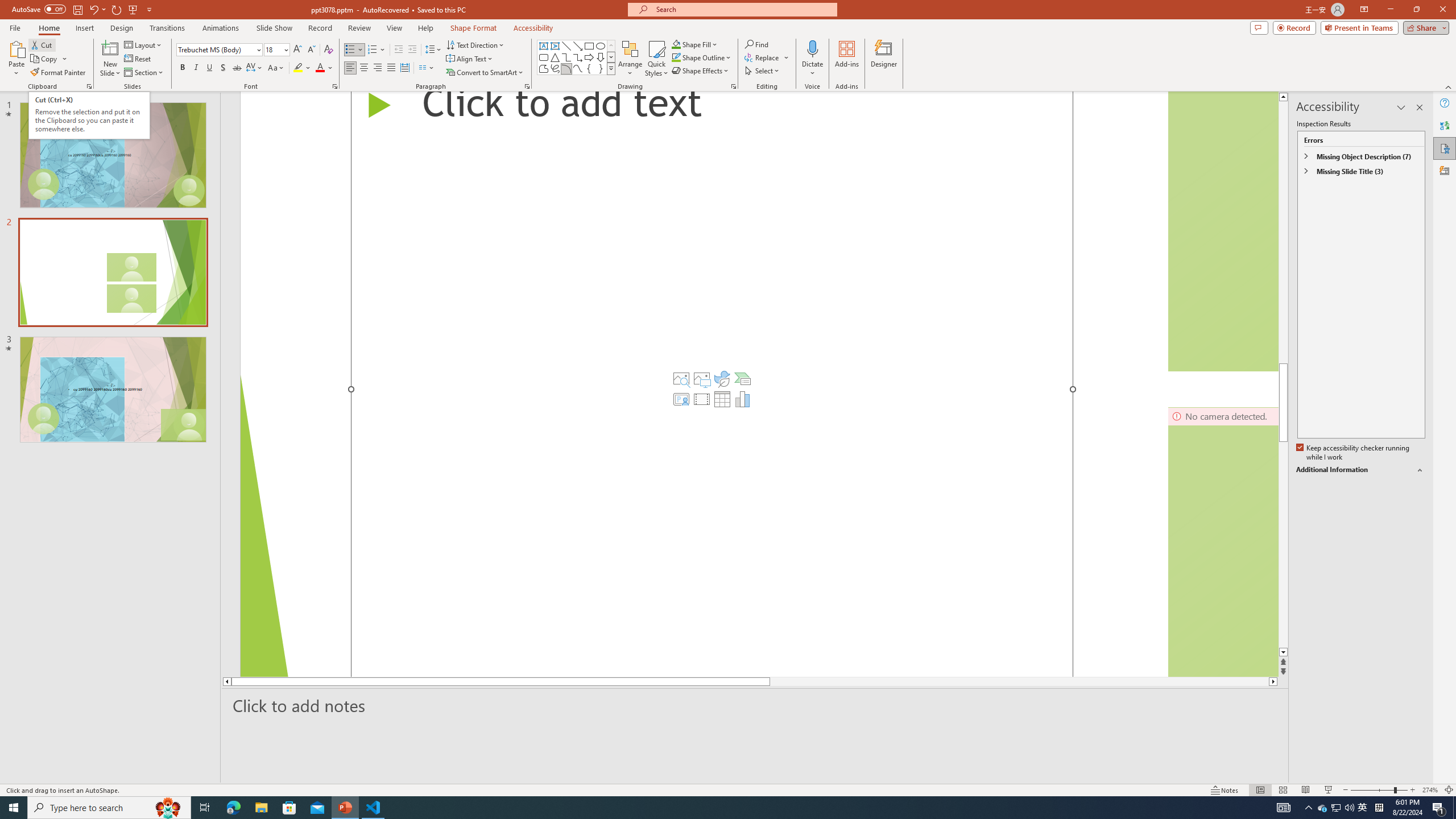 This screenshot has height=819, width=1456. What do you see at coordinates (1360, 470) in the screenshot?
I see `'Additional Information'` at bounding box center [1360, 470].